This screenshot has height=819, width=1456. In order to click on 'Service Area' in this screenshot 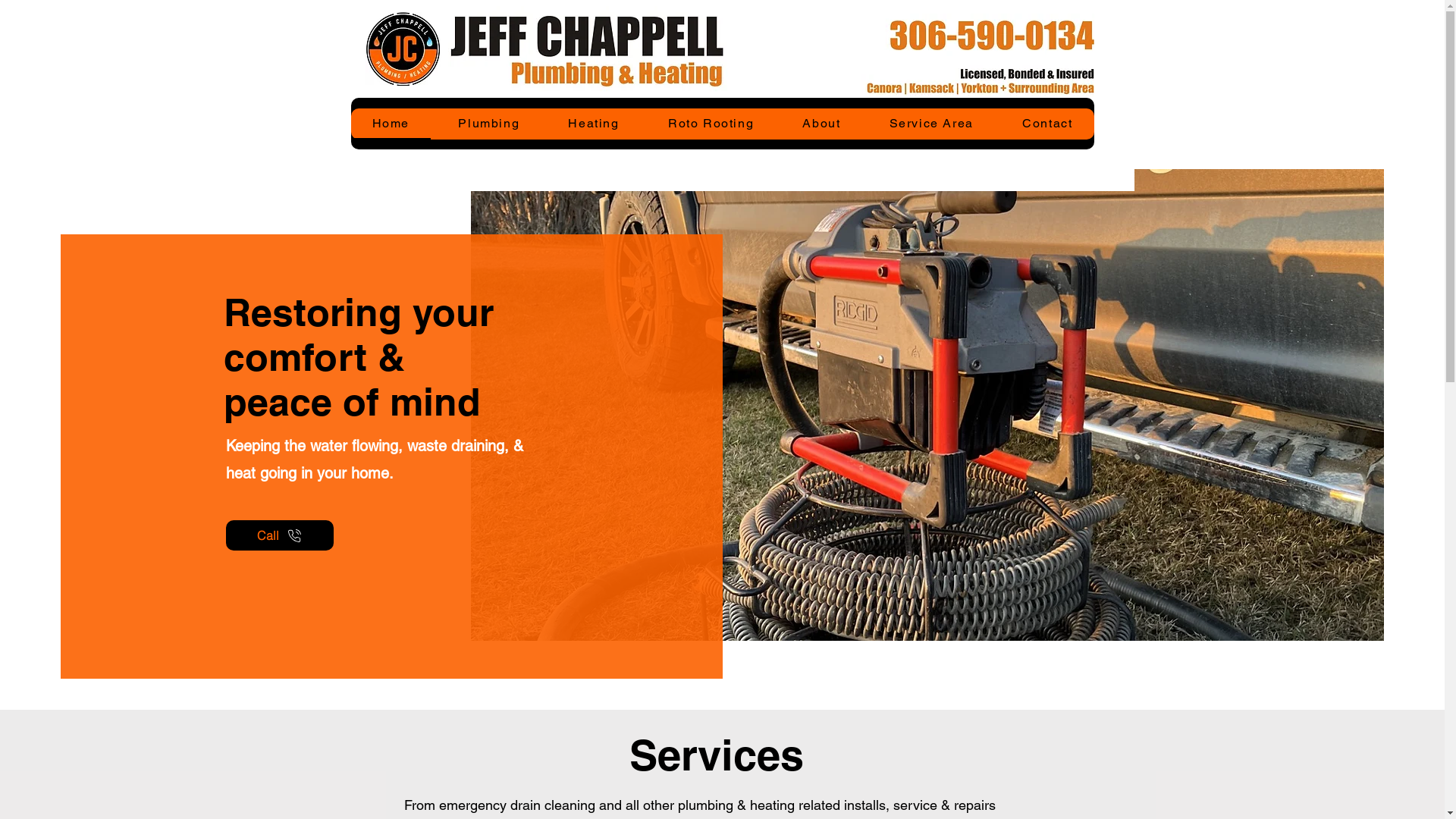, I will do `click(930, 123)`.